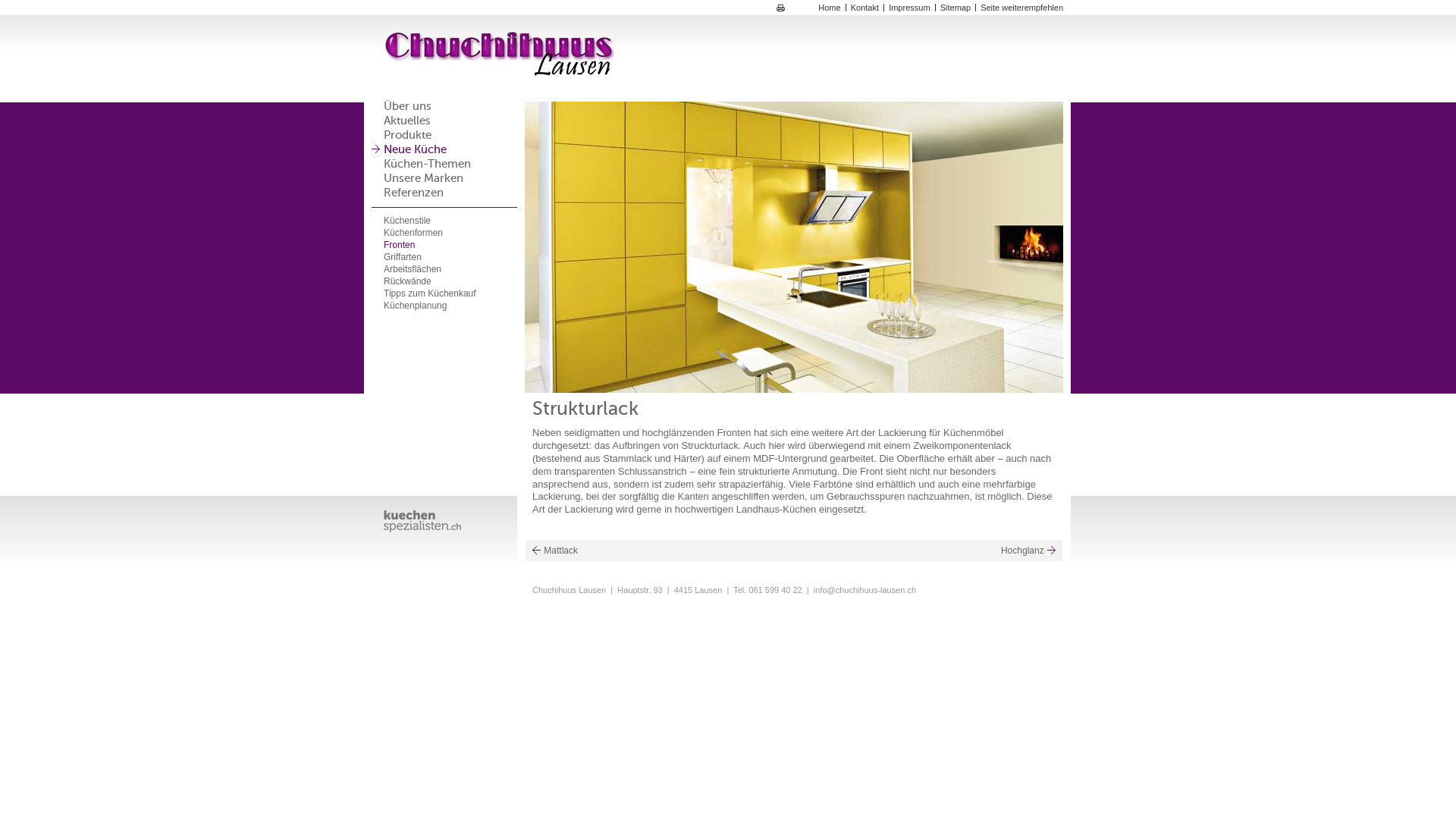 Image resolution: width=1456 pixels, height=819 pixels. I want to click on 'Kontakt', so click(864, 8).